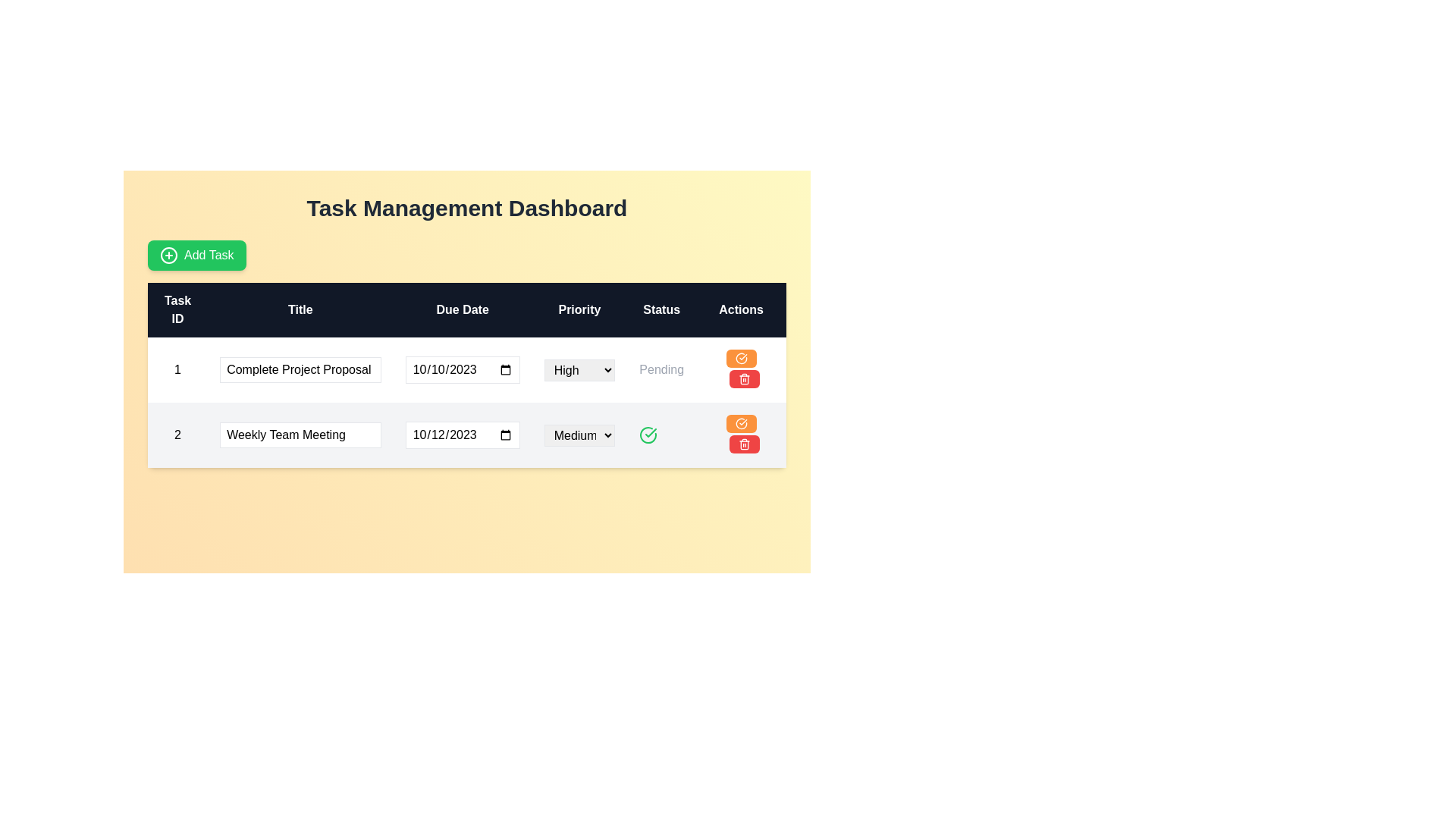  I want to click on the Decorative SVG Circle, which is the innermost part of the 'plus inside a circle' pattern located to the left of the green 'Add Task' button on the dashboard interface, so click(168, 254).